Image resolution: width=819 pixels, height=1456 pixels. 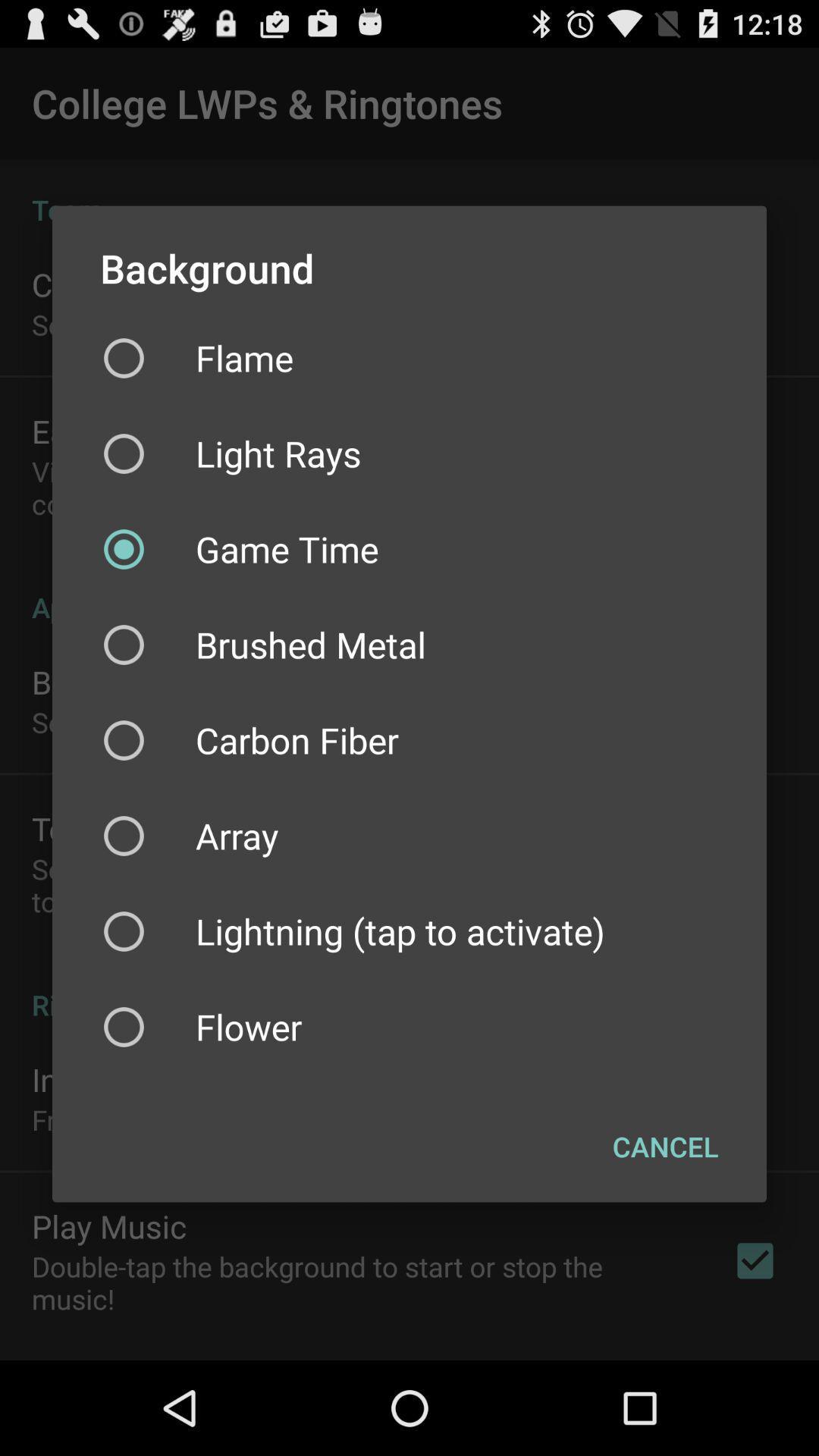 What do you see at coordinates (664, 1147) in the screenshot?
I see `the cancel button` at bounding box center [664, 1147].